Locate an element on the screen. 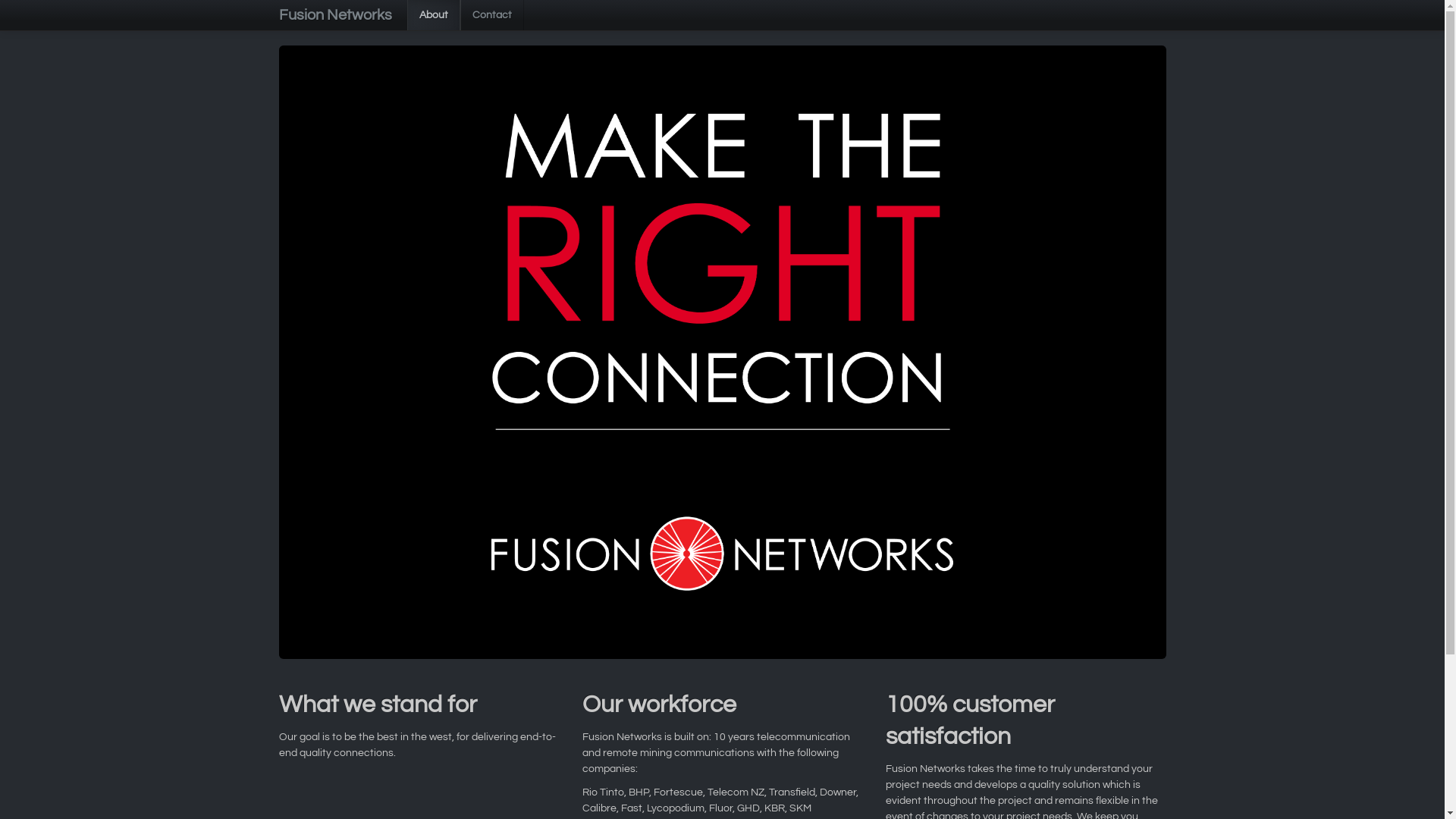  'Contact' is located at coordinates (491, 14).